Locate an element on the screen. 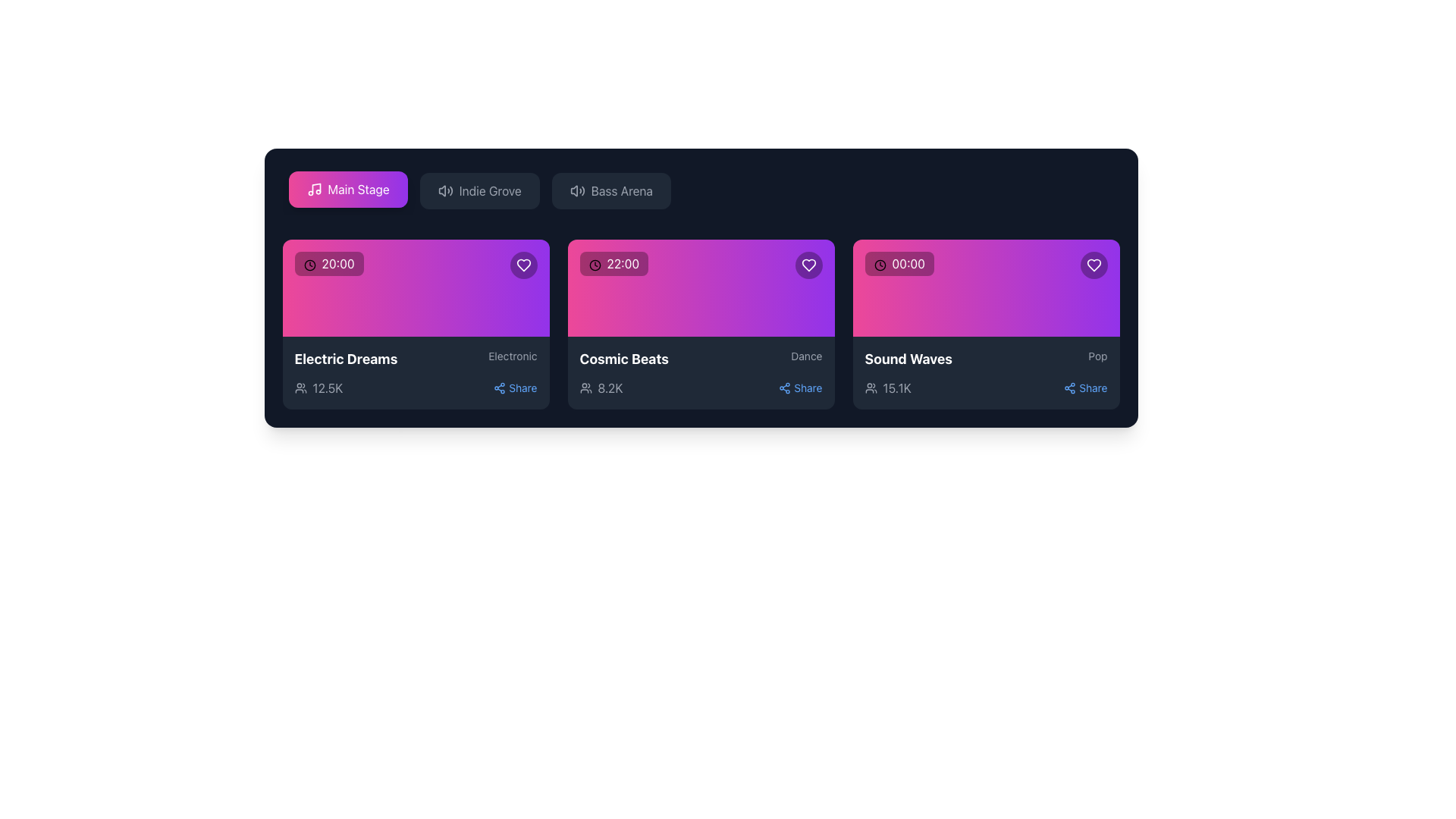 Image resolution: width=1456 pixels, height=819 pixels. the 'Share' text label in blue color located in the bottom-right corner of the 'Sound Waves' event card is located at coordinates (1093, 388).